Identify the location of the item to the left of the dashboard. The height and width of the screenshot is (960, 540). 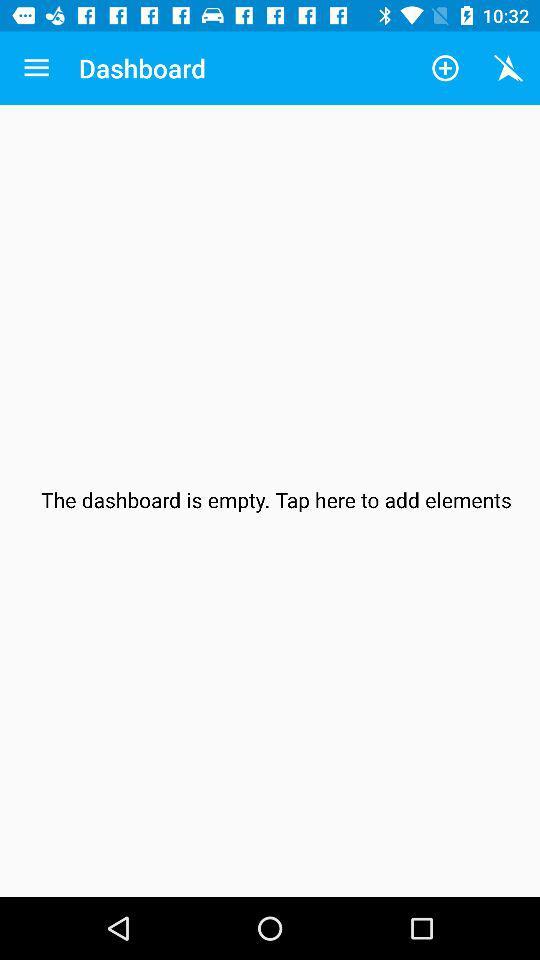
(36, 68).